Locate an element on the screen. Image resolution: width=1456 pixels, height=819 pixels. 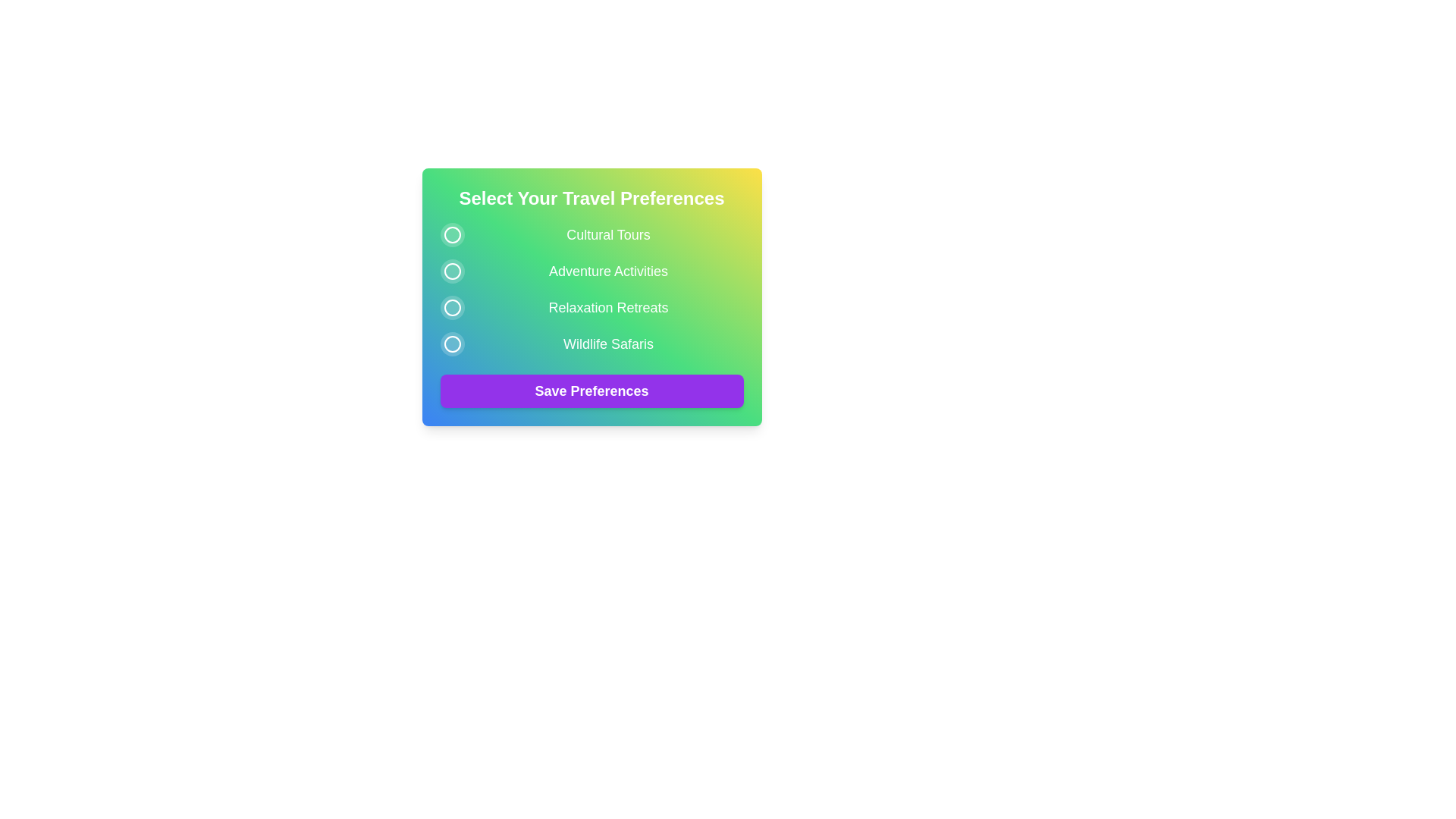
the preference button corresponding to Wildlife Safaris is located at coordinates (451, 344).